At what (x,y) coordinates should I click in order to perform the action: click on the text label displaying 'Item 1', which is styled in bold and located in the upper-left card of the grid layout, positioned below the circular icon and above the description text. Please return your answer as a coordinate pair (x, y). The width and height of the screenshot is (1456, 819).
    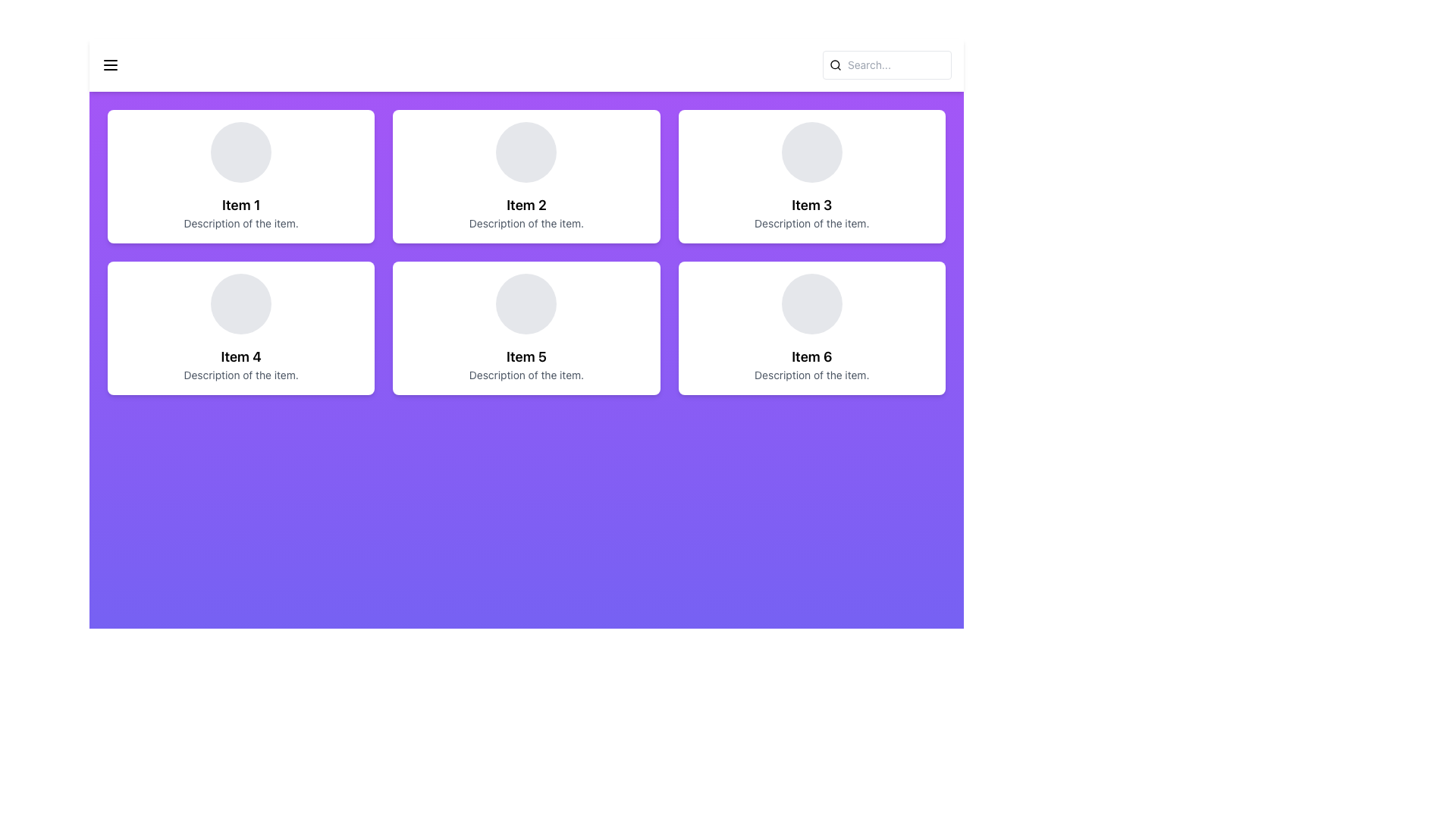
    Looking at the image, I should click on (240, 205).